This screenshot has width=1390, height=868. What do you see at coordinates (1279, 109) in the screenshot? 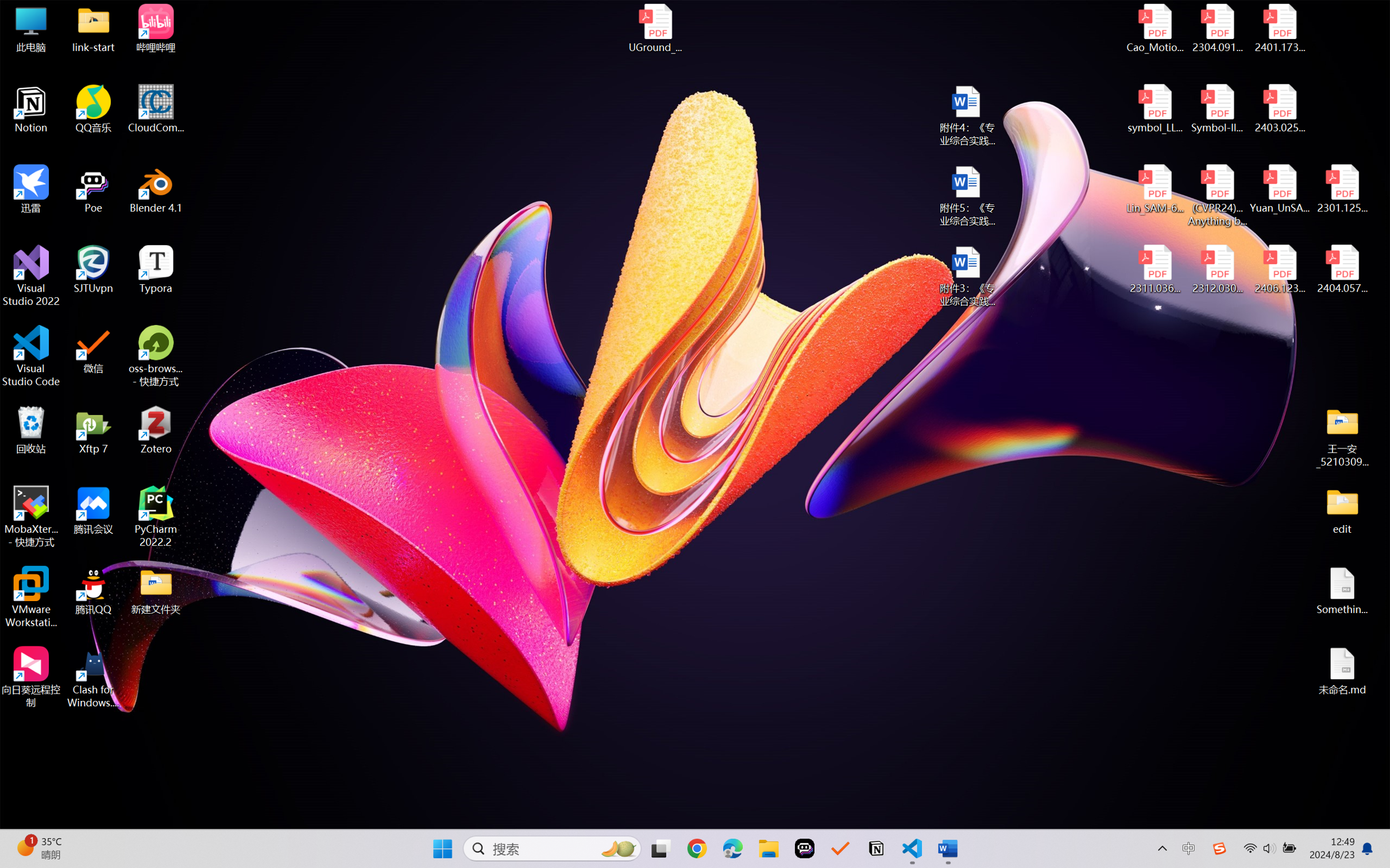
I see `'2403.02502v1.pdf'` at bounding box center [1279, 109].